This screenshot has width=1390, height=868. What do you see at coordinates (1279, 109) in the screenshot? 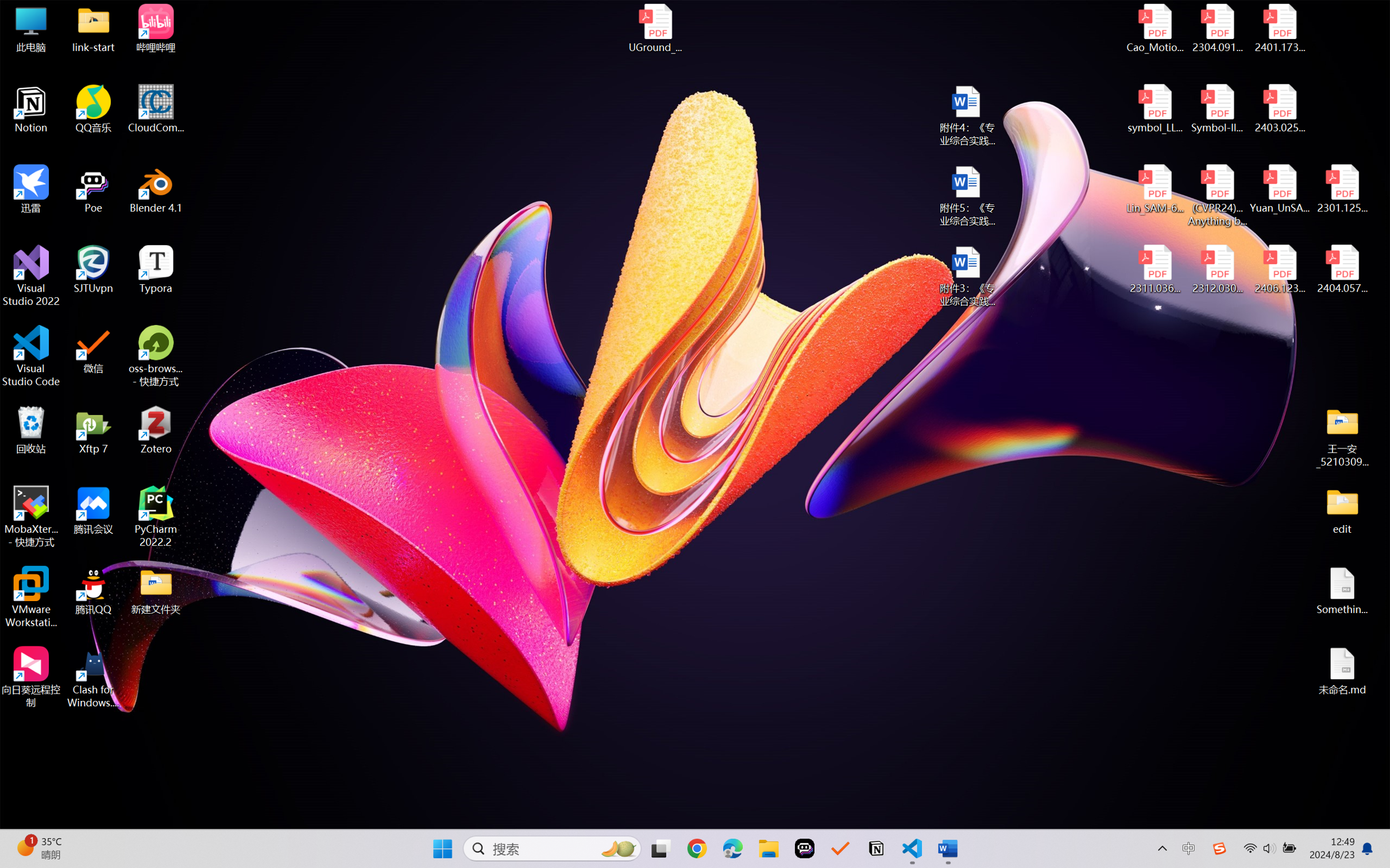
I see `'2403.02502v1.pdf'` at bounding box center [1279, 109].